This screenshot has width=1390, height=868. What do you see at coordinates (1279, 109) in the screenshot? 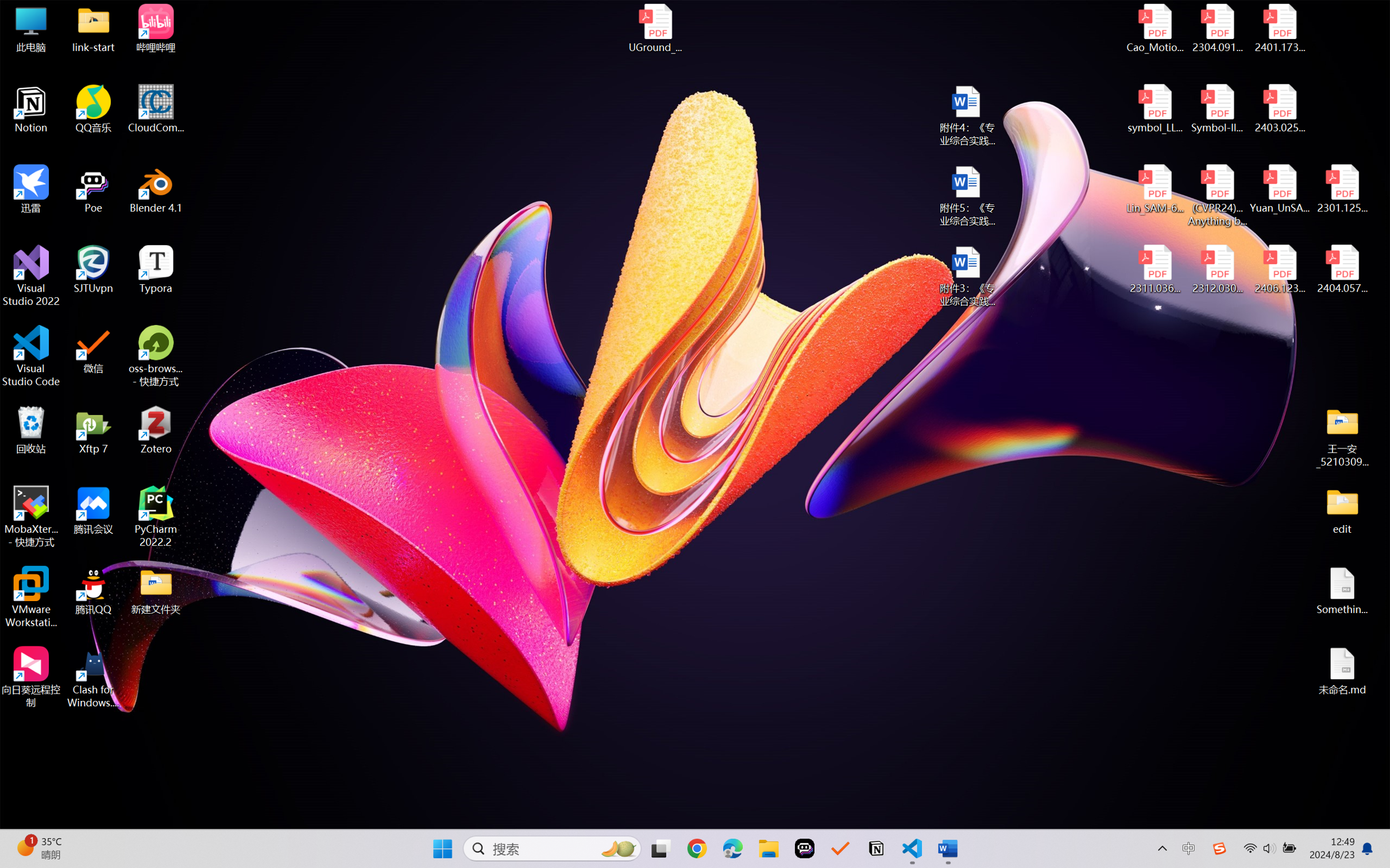
I see `'2403.02502v1.pdf'` at bounding box center [1279, 109].